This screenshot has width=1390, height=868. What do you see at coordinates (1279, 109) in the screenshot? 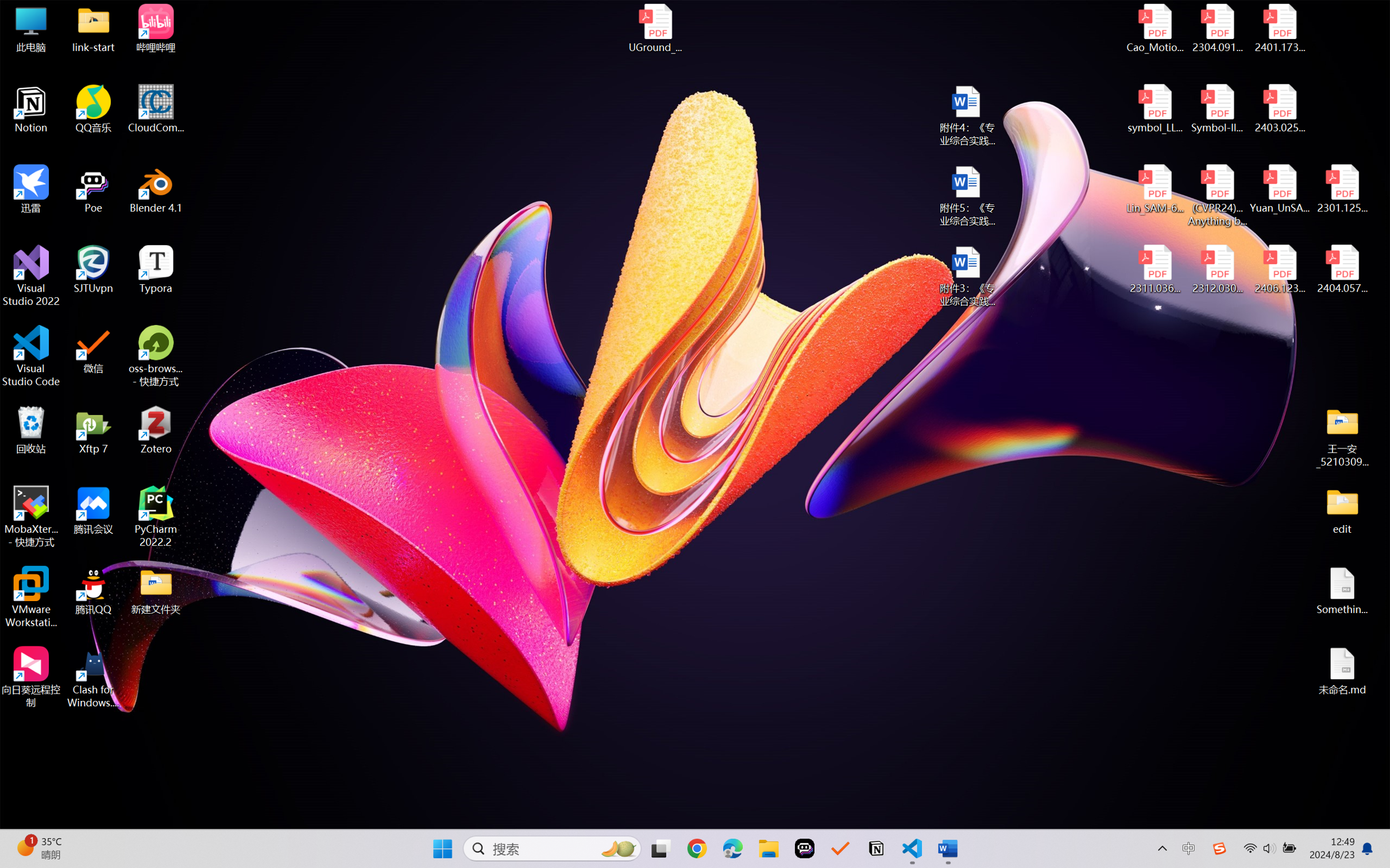
I see `'2403.02502v1.pdf'` at bounding box center [1279, 109].